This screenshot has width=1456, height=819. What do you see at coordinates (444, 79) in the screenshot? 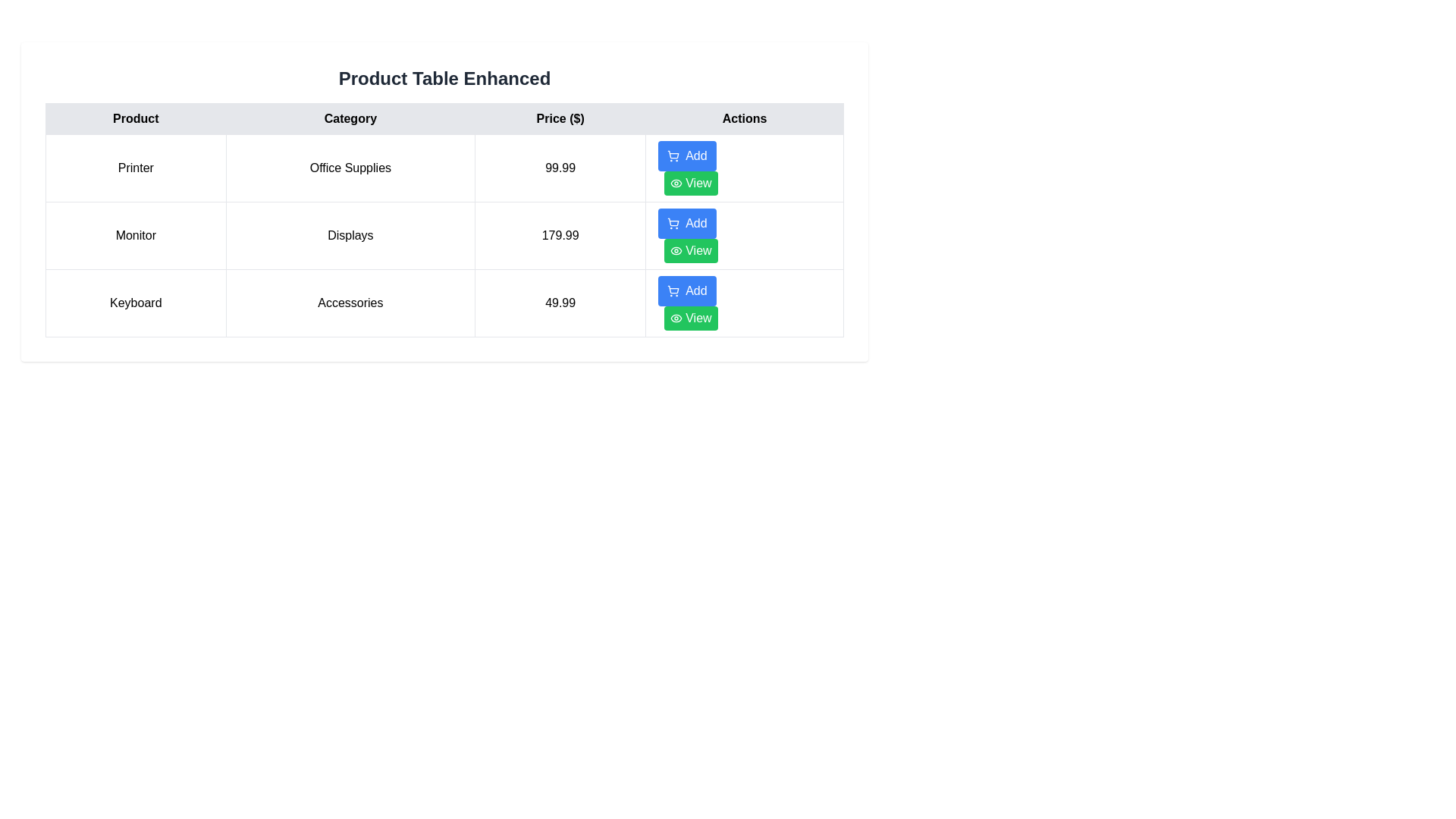
I see `the Text Header at the top of the white background box` at bounding box center [444, 79].